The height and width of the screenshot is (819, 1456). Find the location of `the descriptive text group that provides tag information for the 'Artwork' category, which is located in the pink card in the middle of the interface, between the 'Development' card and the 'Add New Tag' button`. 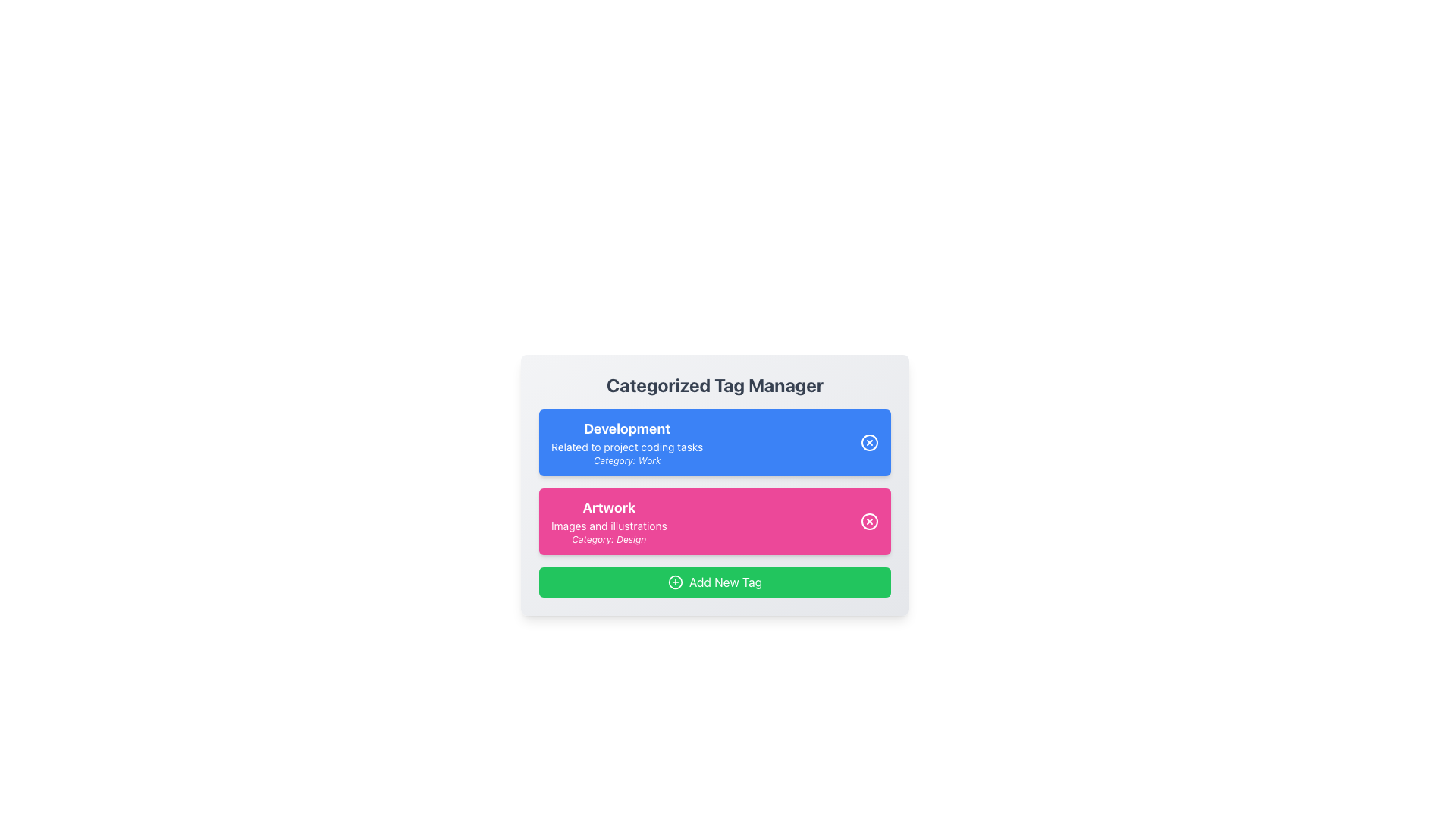

the descriptive text group that provides tag information for the 'Artwork' category, which is located in the pink card in the middle of the interface, between the 'Development' card and the 'Add New Tag' button is located at coordinates (609, 520).